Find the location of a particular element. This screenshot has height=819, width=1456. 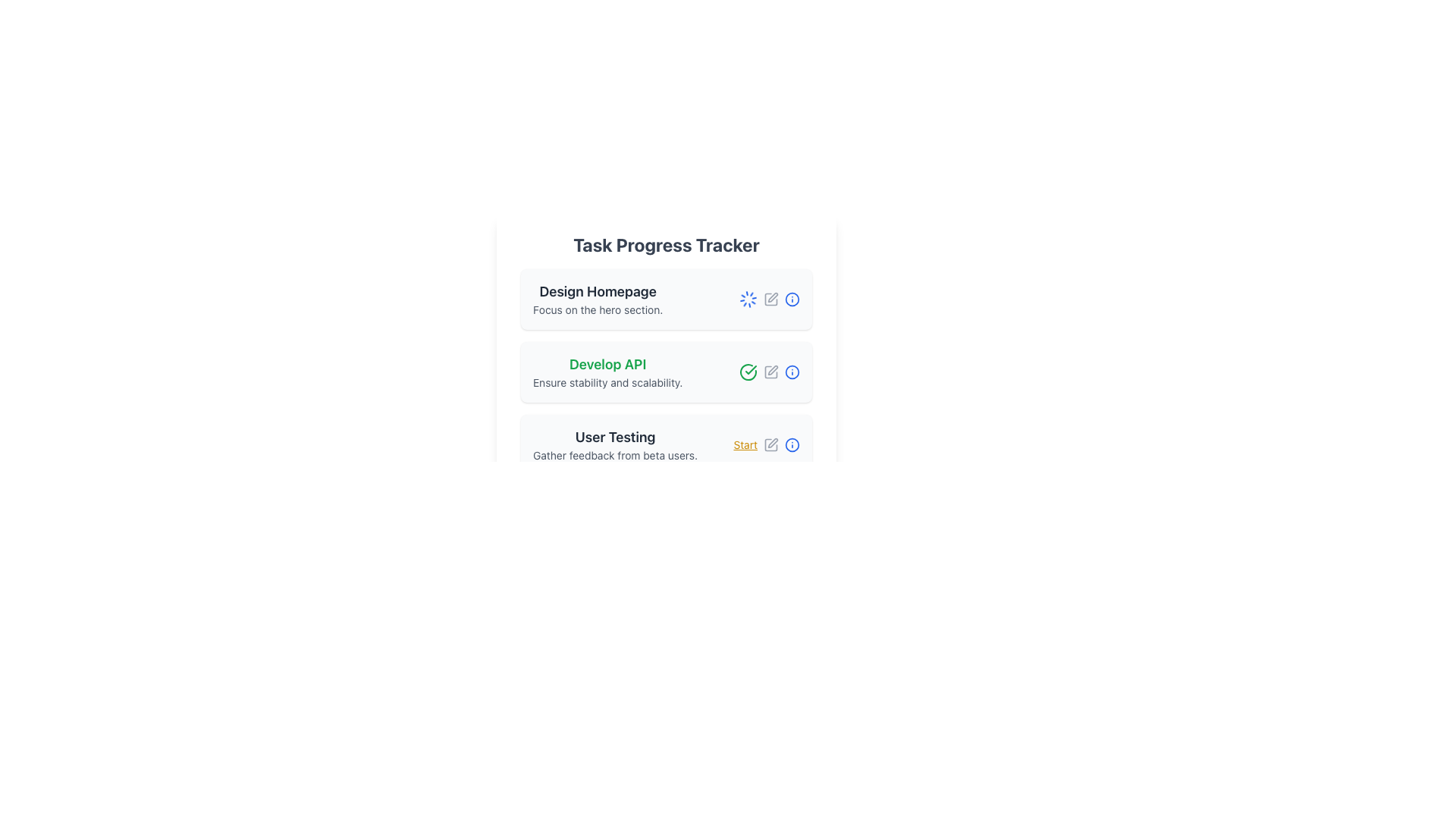

descriptive text element located immediately below the 'Design Homepage' heading, which provides additional guidance for the task is located at coordinates (597, 309).